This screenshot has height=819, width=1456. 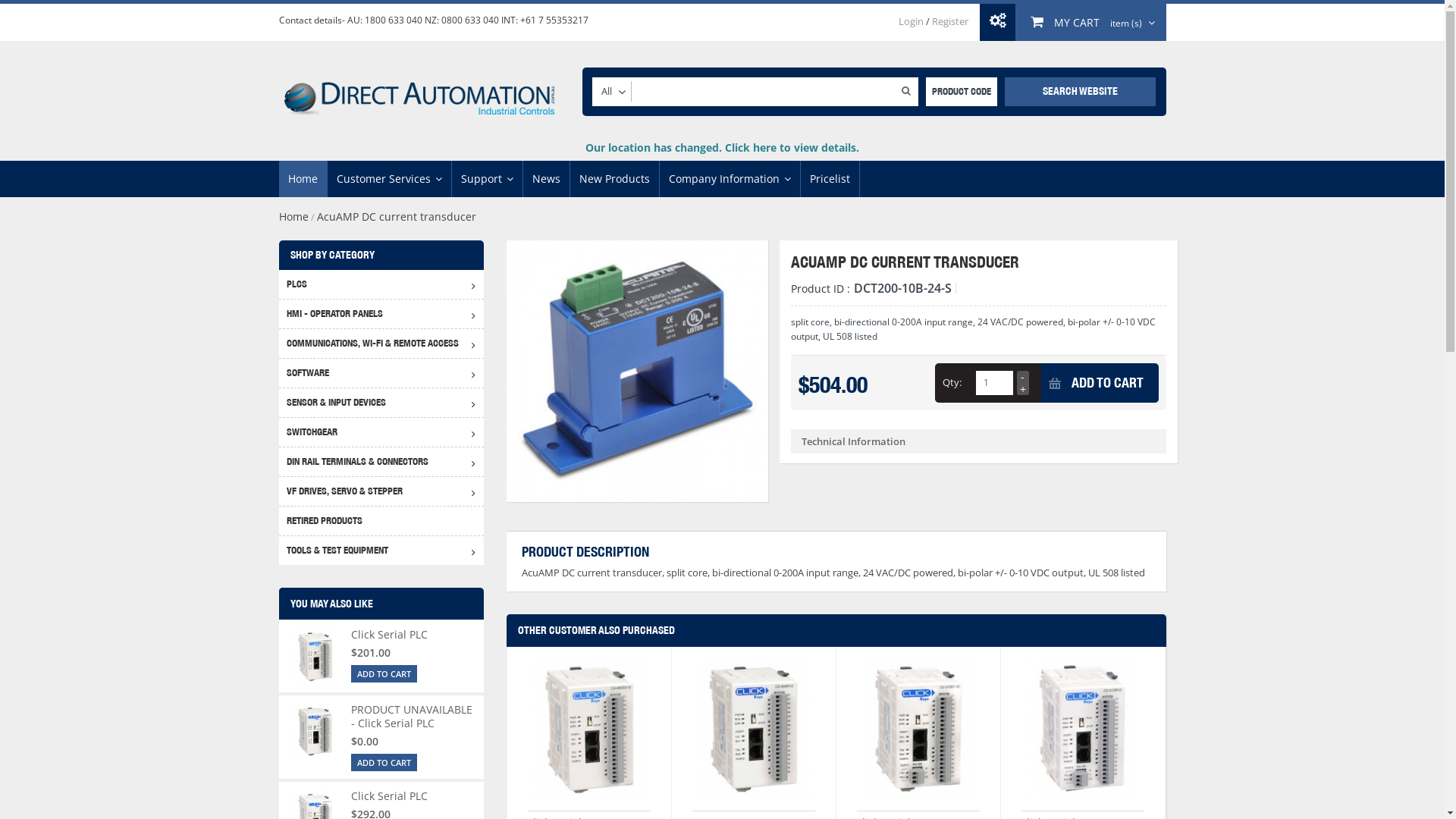 I want to click on 'Click Serial PLC', so click(x=314, y=655).